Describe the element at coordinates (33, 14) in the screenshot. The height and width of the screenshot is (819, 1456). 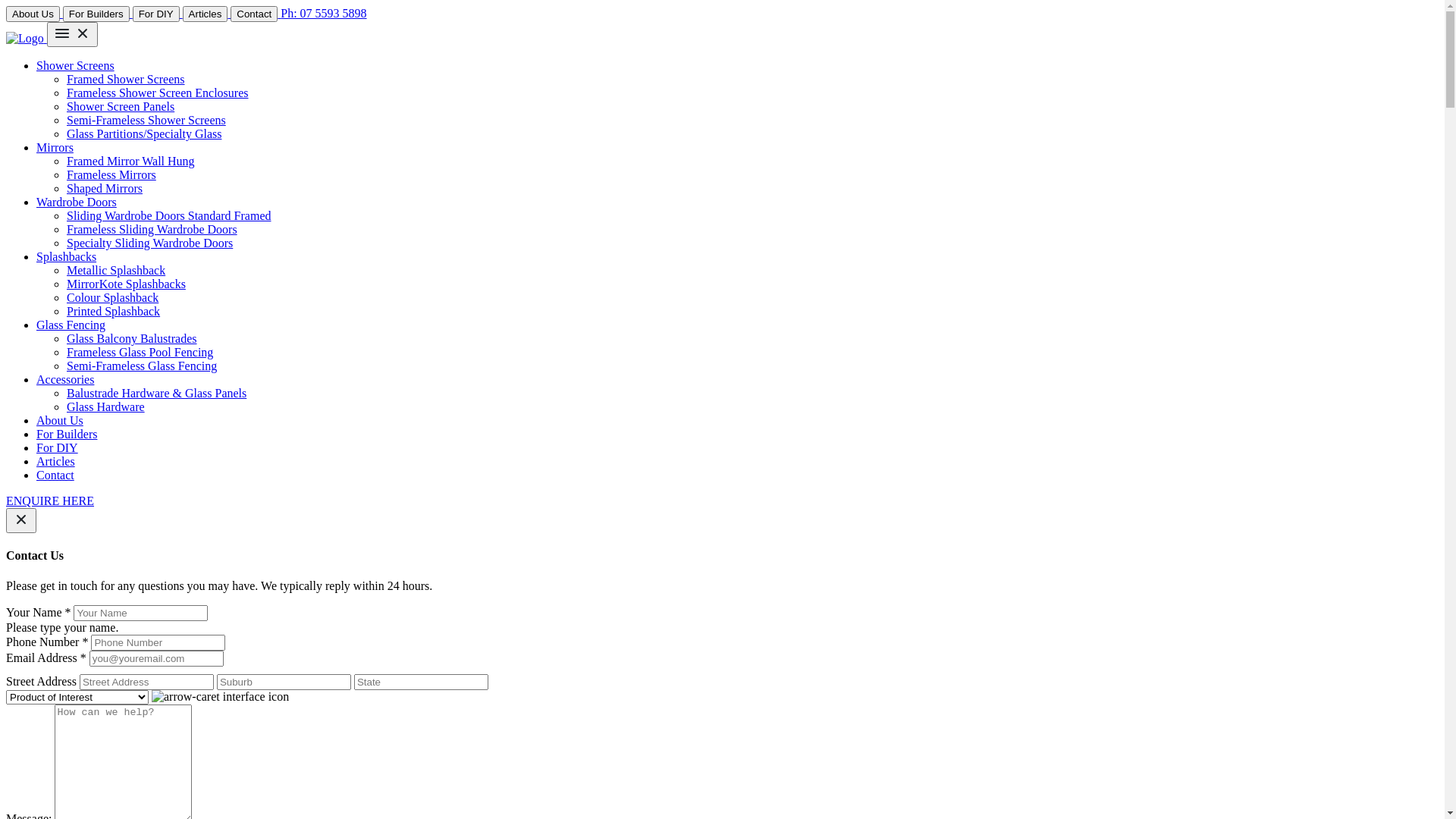
I see `'About Us'` at that location.